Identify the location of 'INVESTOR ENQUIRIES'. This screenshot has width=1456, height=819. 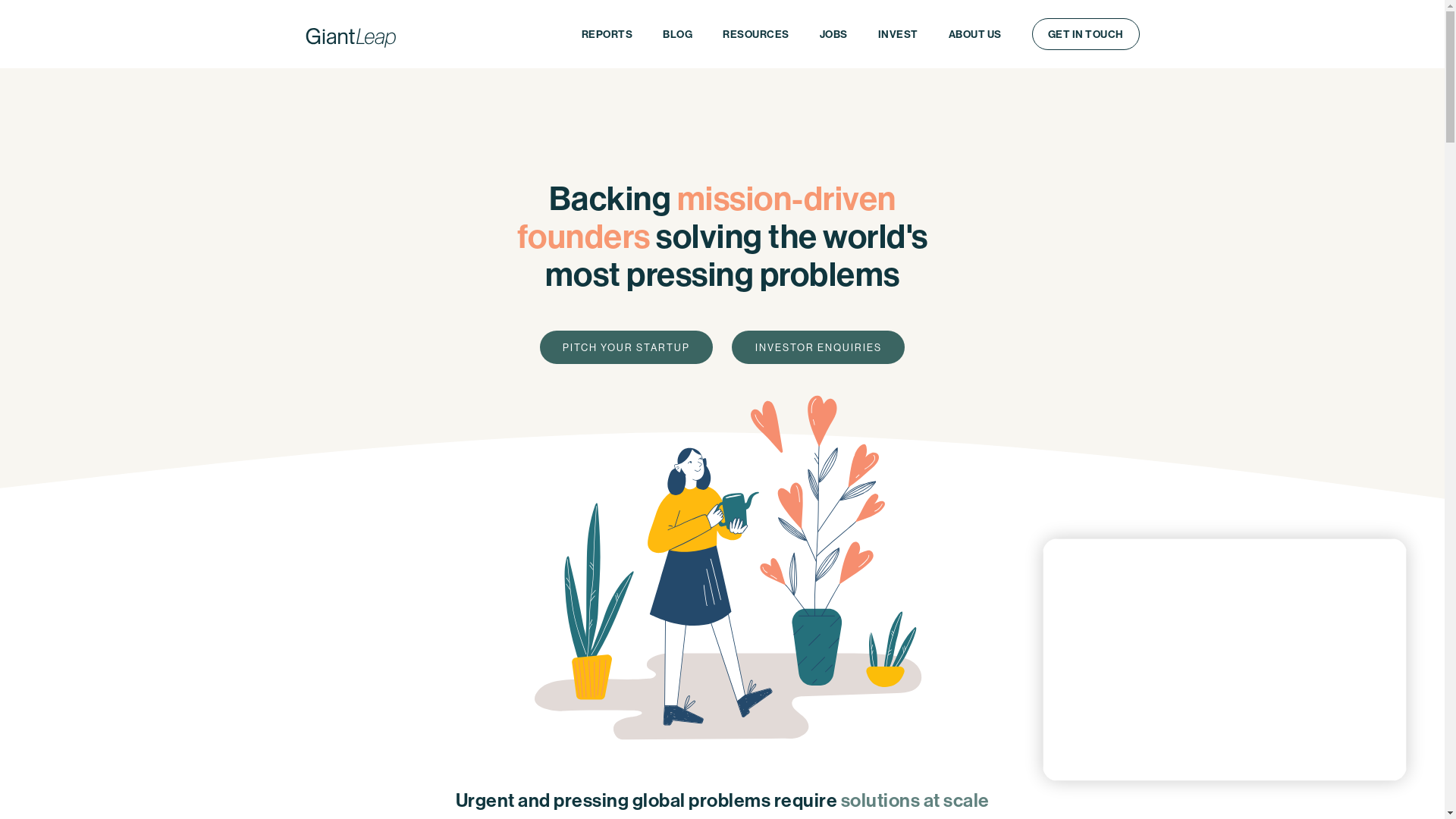
(817, 347).